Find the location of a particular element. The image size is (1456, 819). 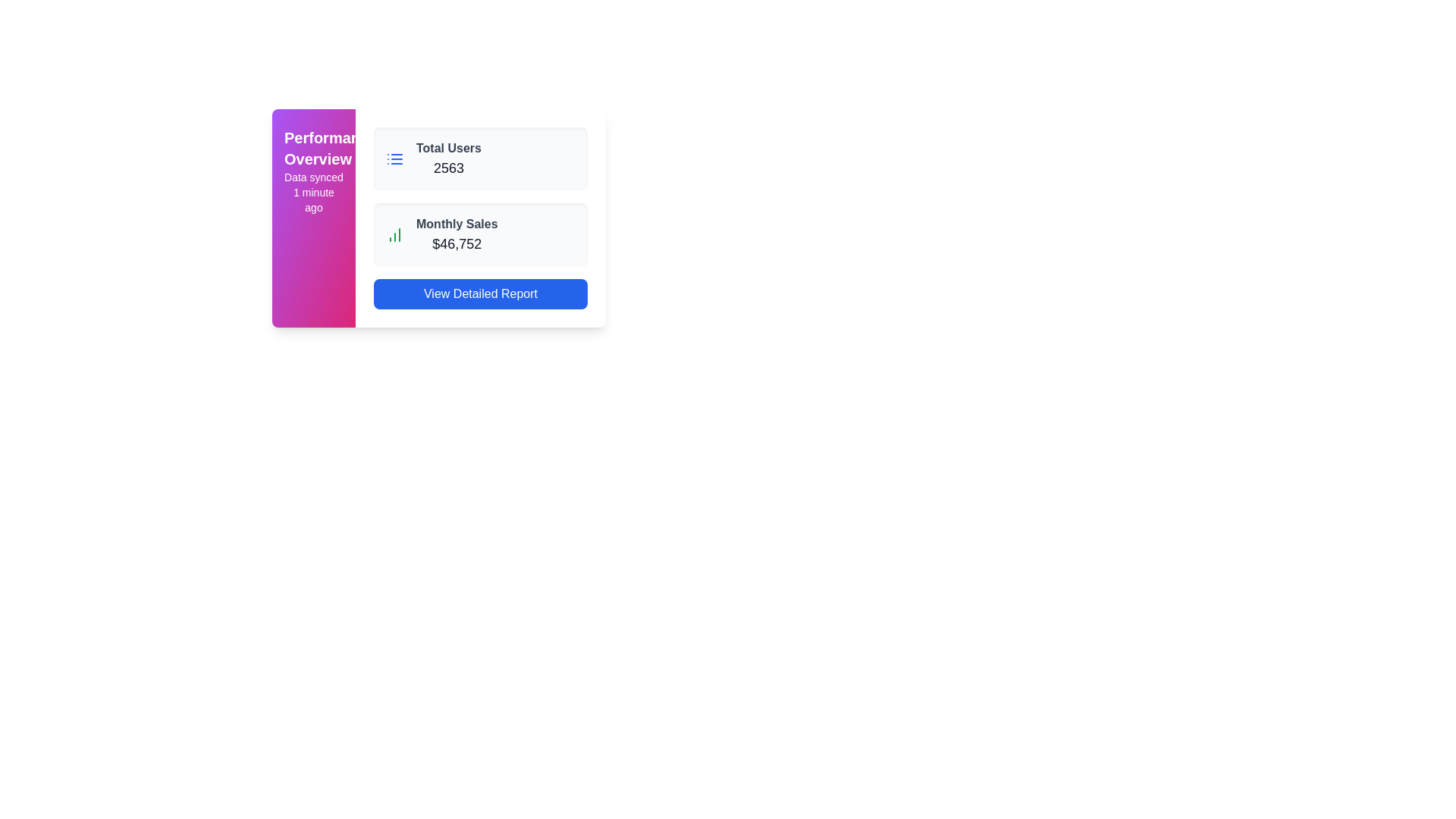

the 'Total Users' and 'Monthly Sales' cards in the Dashboard Widget that has a white background, located within the 'Performance Overview' panel is located at coordinates (479, 218).